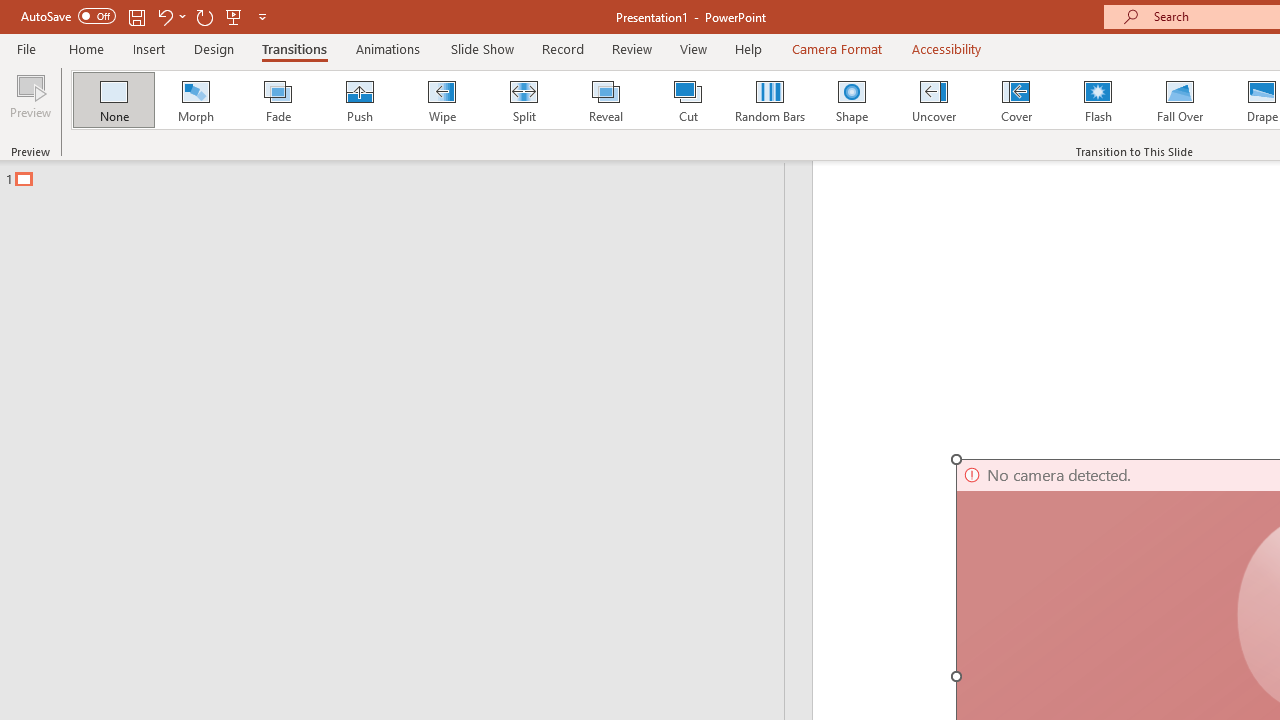  I want to click on 'Cover', so click(1016, 100).